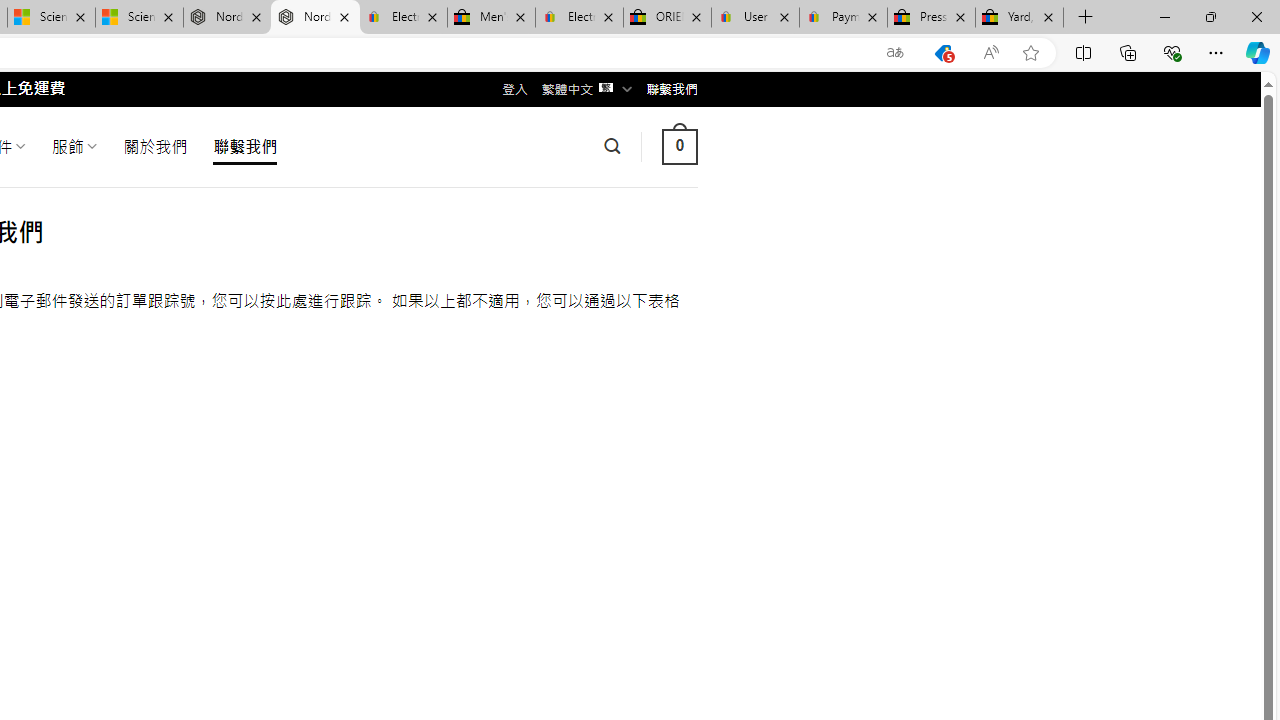 The width and height of the screenshot is (1280, 720). What do you see at coordinates (227, 17) in the screenshot?
I see `'Nordace - Summer Adventures 2024'` at bounding box center [227, 17].